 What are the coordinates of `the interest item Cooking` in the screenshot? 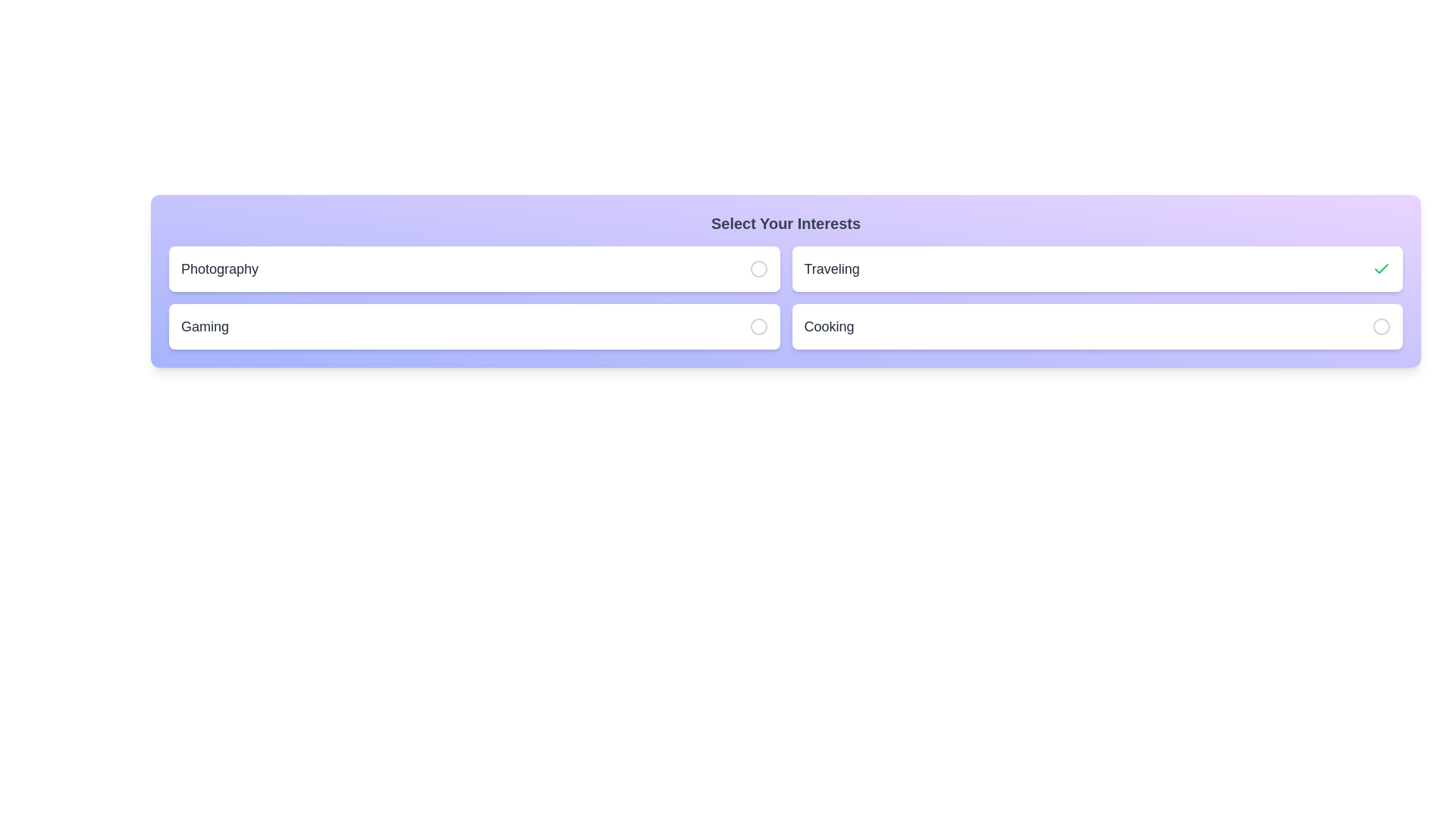 It's located at (1097, 326).